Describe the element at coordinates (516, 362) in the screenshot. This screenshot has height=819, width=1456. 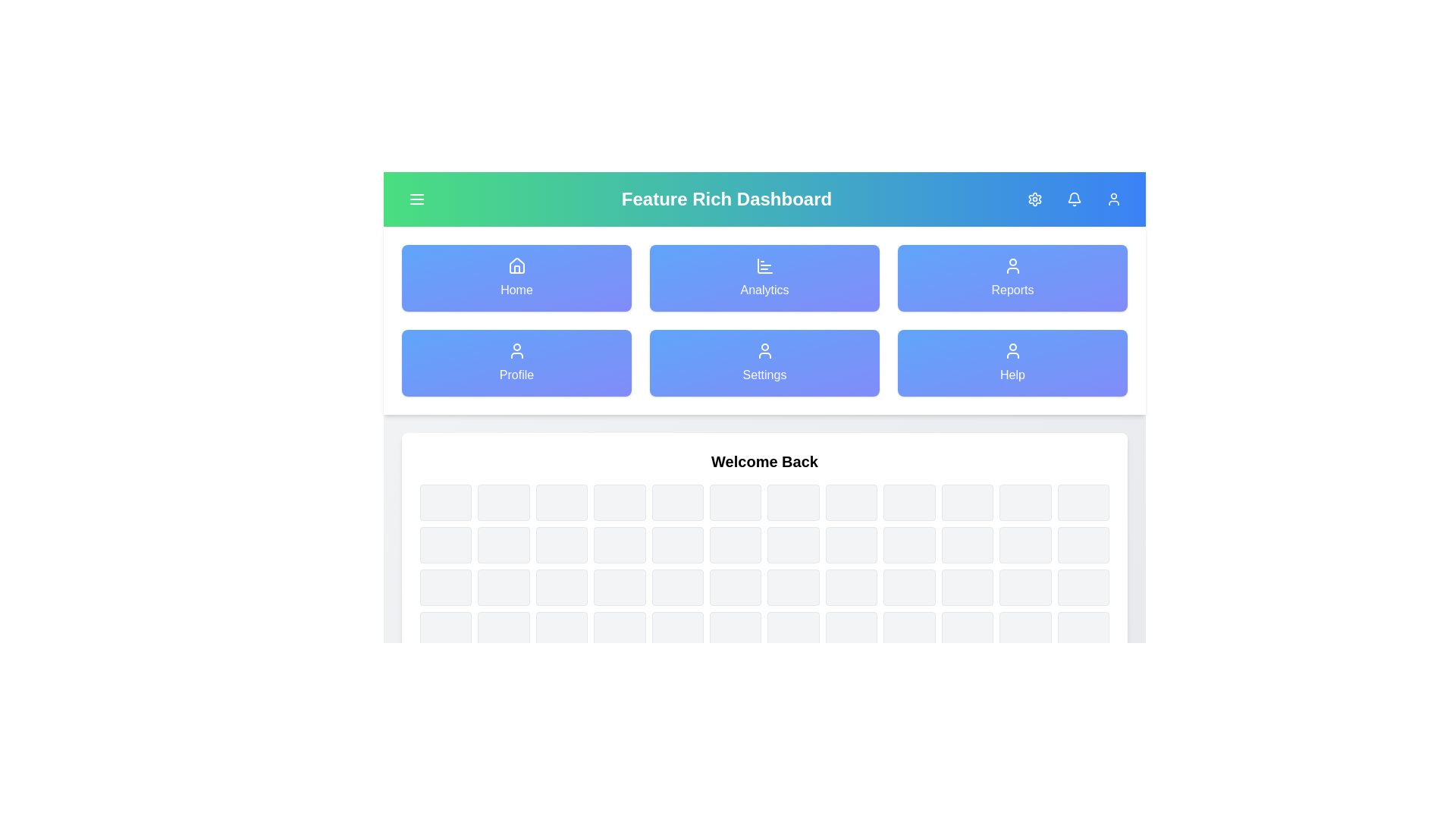
I see `the navigation item labeled Profile` at that location.